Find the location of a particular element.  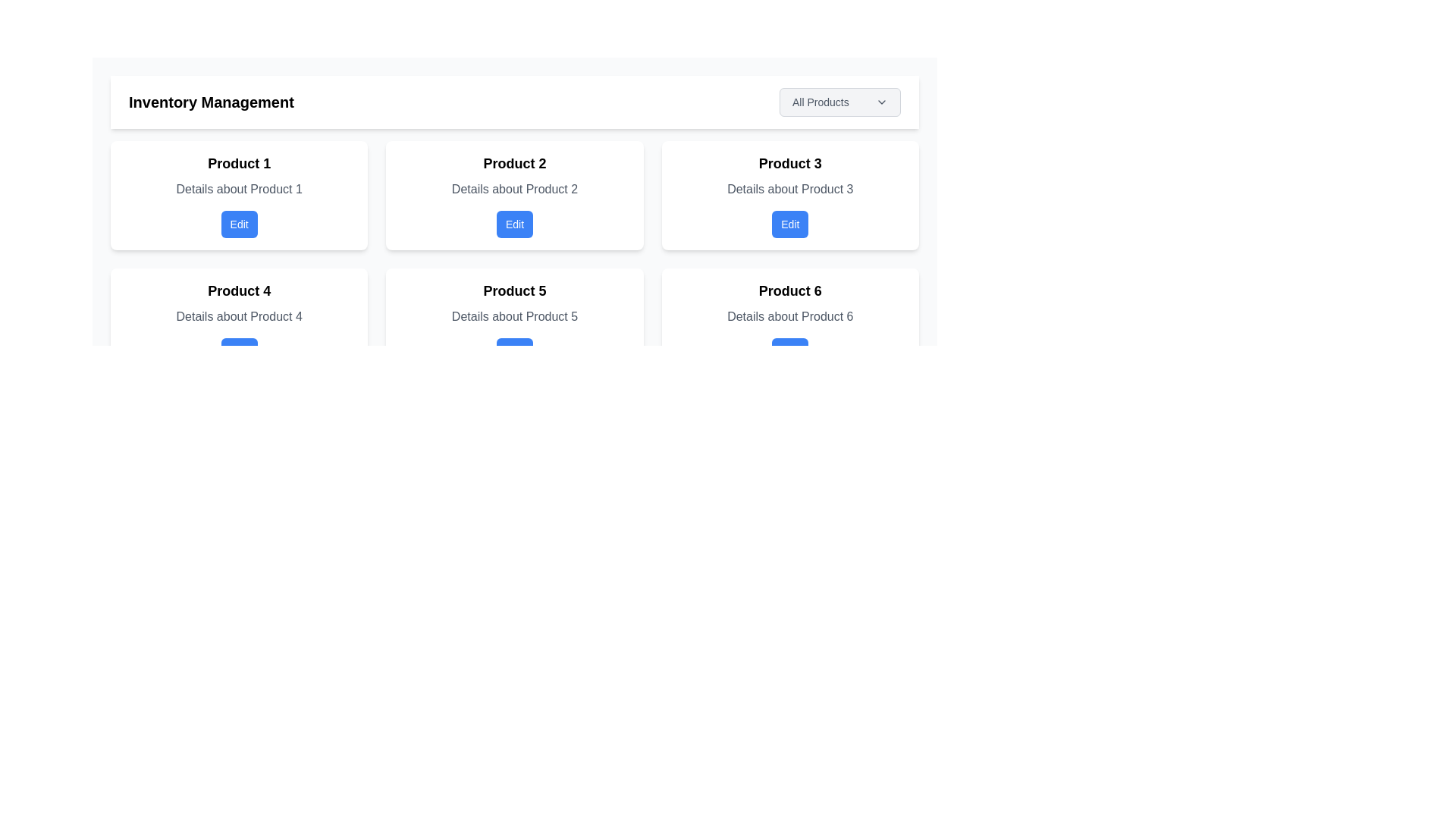

the text label displaying 'Details about Product 6', which is styled in gray and located under the title 'Product 6' in its card is located at coordinates (789, 315).